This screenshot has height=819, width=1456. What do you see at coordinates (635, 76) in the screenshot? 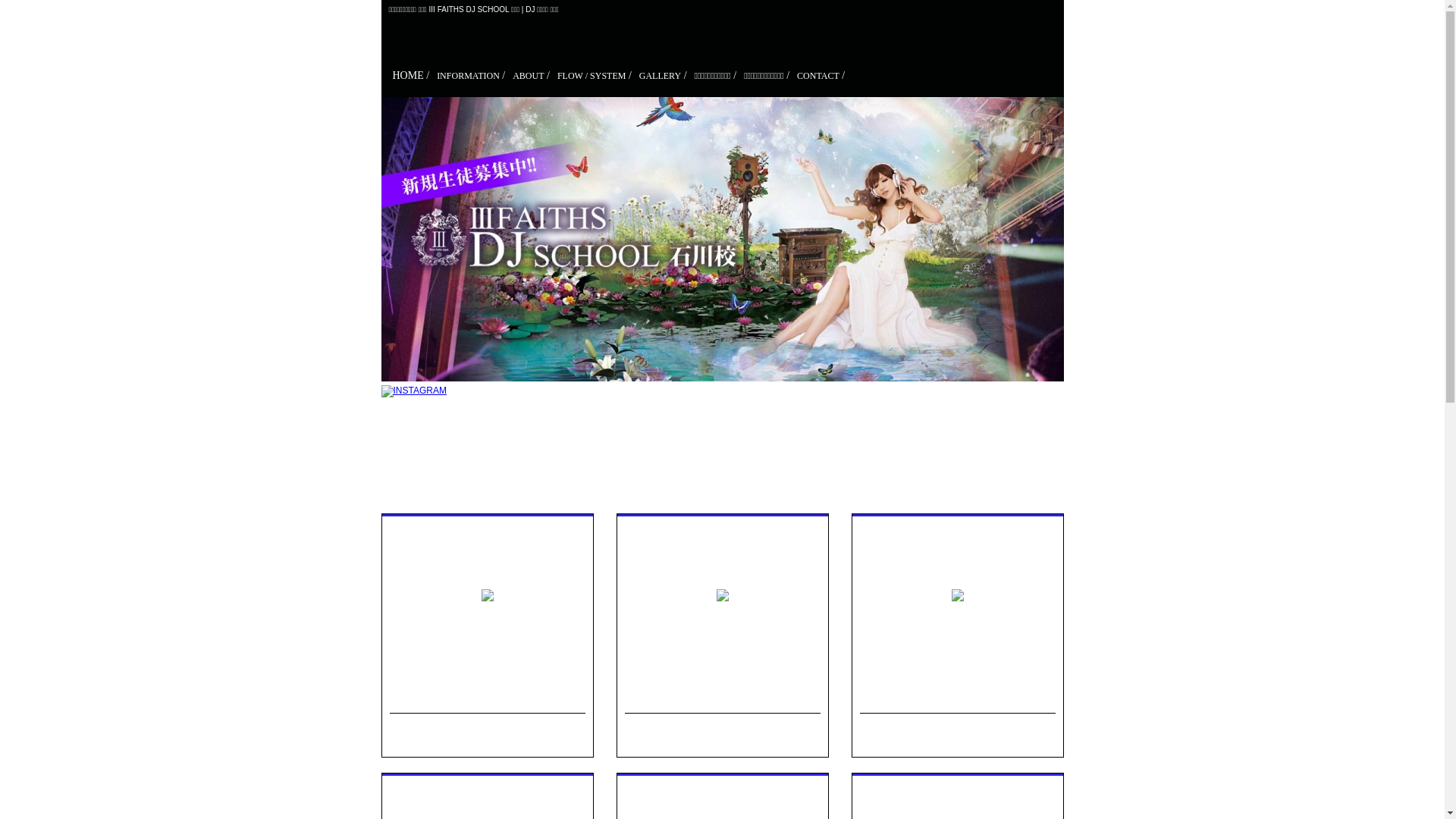
I see `'GALLERY /'` at bounding box center [635, 76].